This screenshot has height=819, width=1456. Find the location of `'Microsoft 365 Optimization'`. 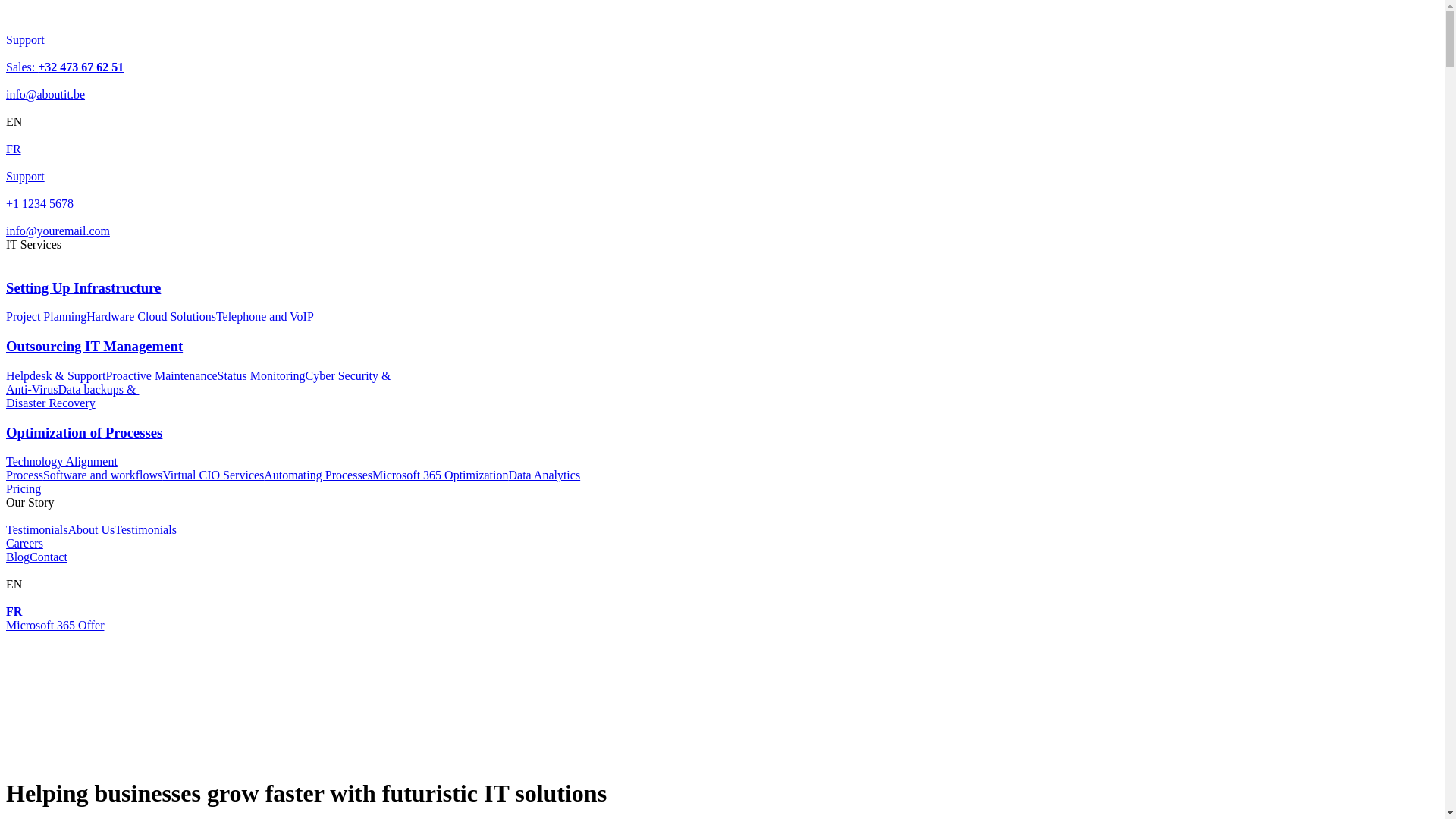

'Microsoft 365 Optimization' is located at coordinates (439, 474).